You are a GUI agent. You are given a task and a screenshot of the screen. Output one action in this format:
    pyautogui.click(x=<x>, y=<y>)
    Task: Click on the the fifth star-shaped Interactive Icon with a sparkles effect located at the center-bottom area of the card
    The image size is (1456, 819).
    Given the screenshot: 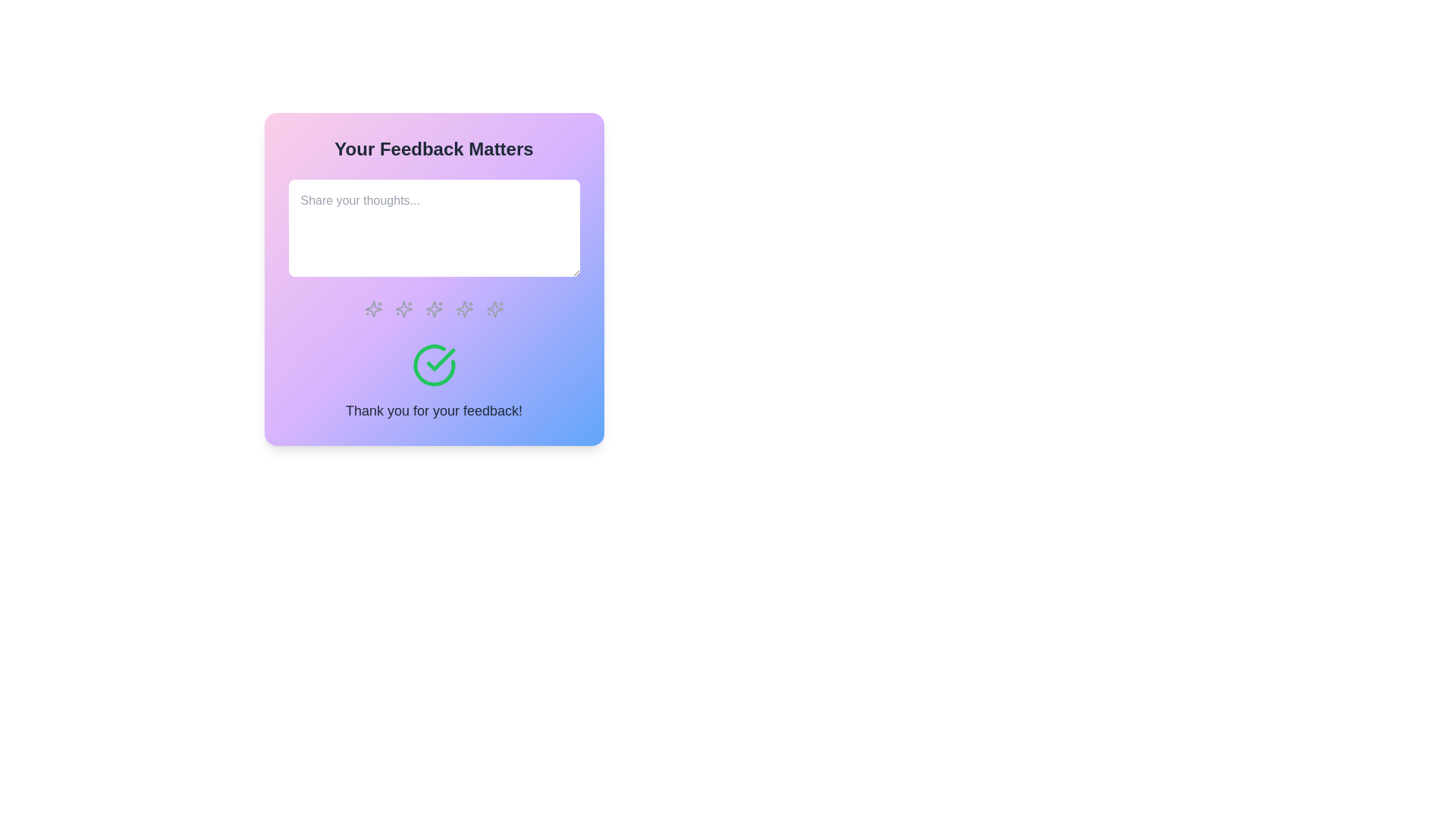 What is the action you would take?
    pyautogui.click(x=494, y=309)
    